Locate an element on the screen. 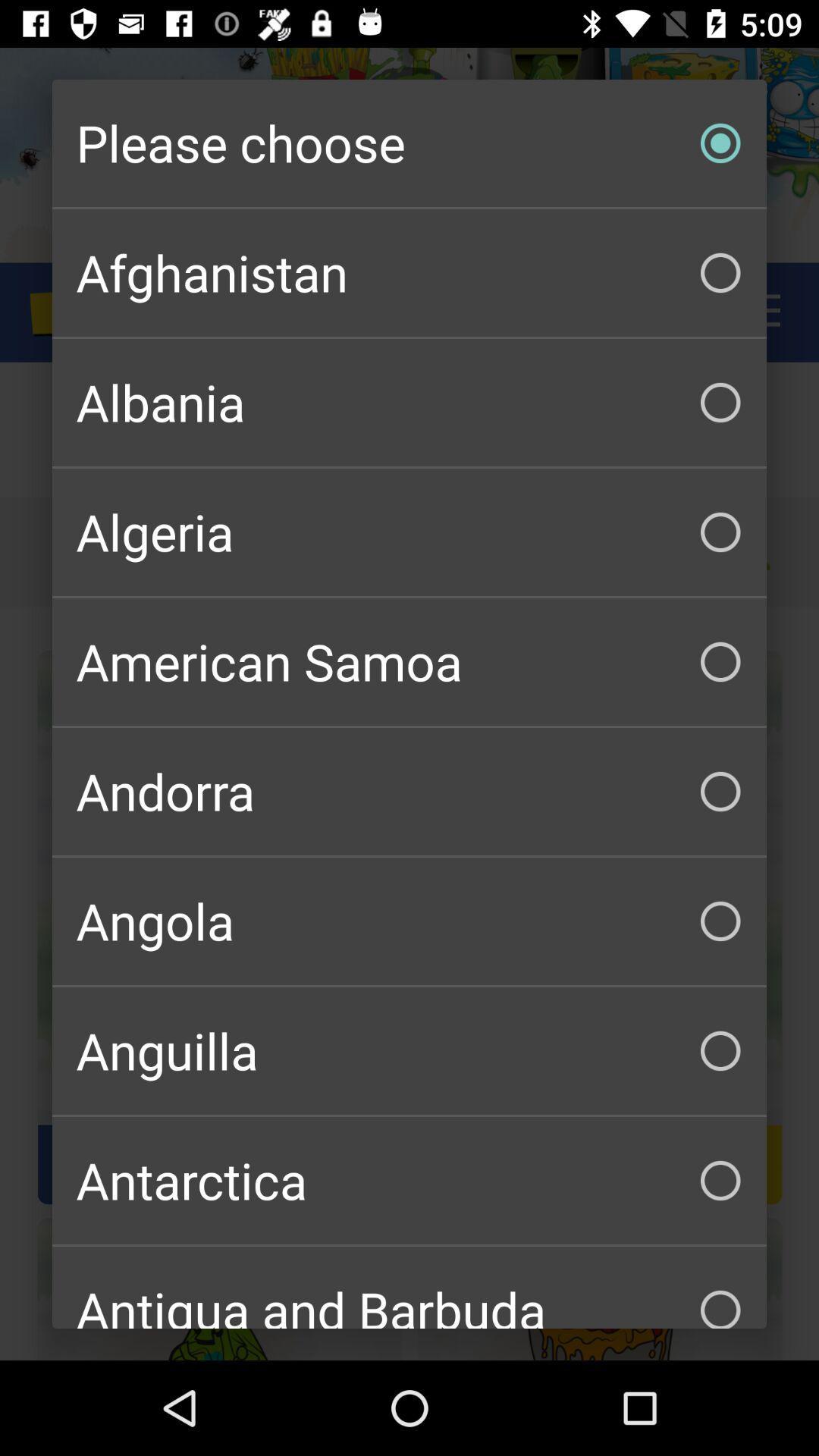  the albania icon is located at coordinates (409, 403).